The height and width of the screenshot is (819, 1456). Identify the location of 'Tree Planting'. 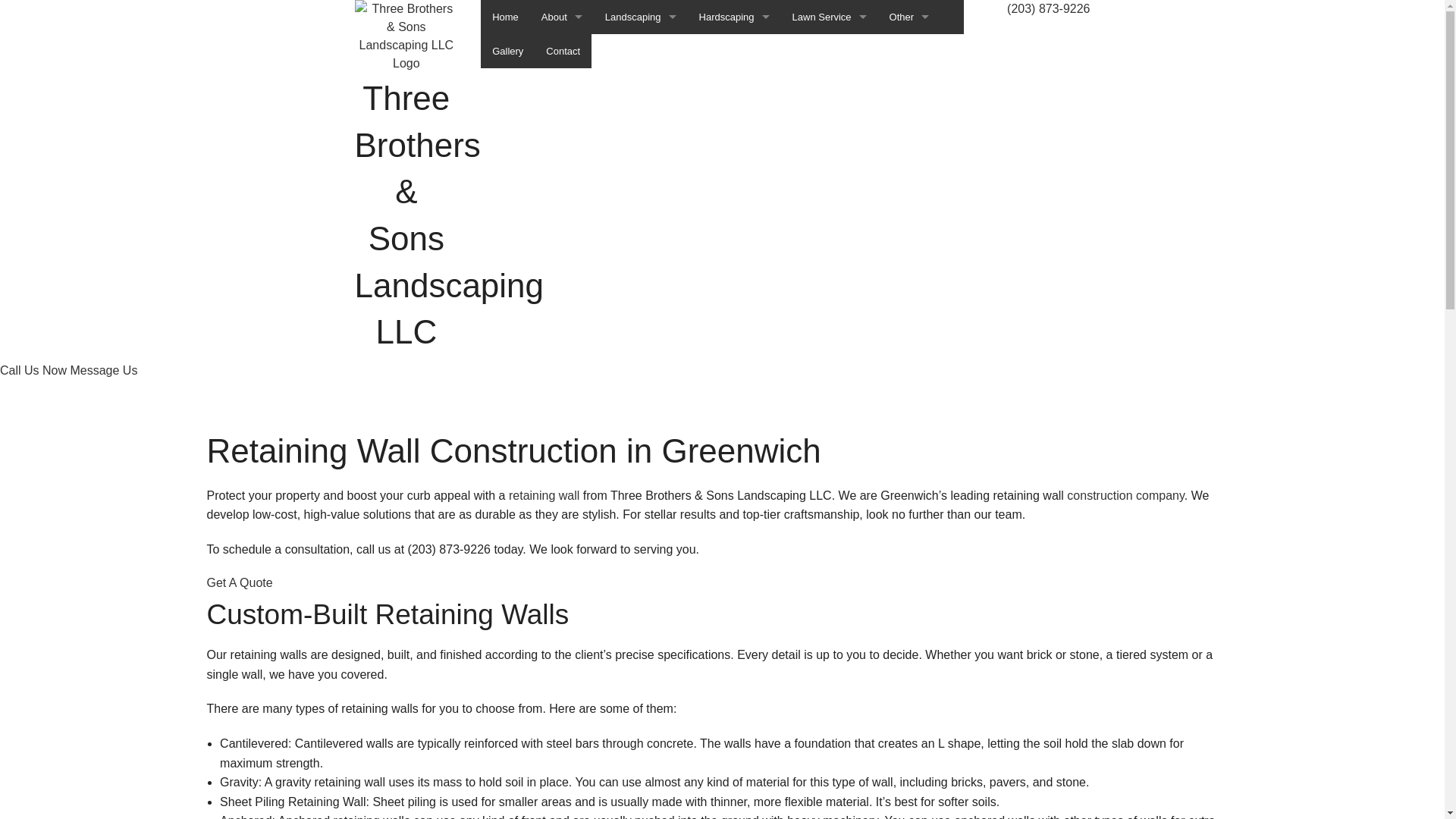
(909, 323).